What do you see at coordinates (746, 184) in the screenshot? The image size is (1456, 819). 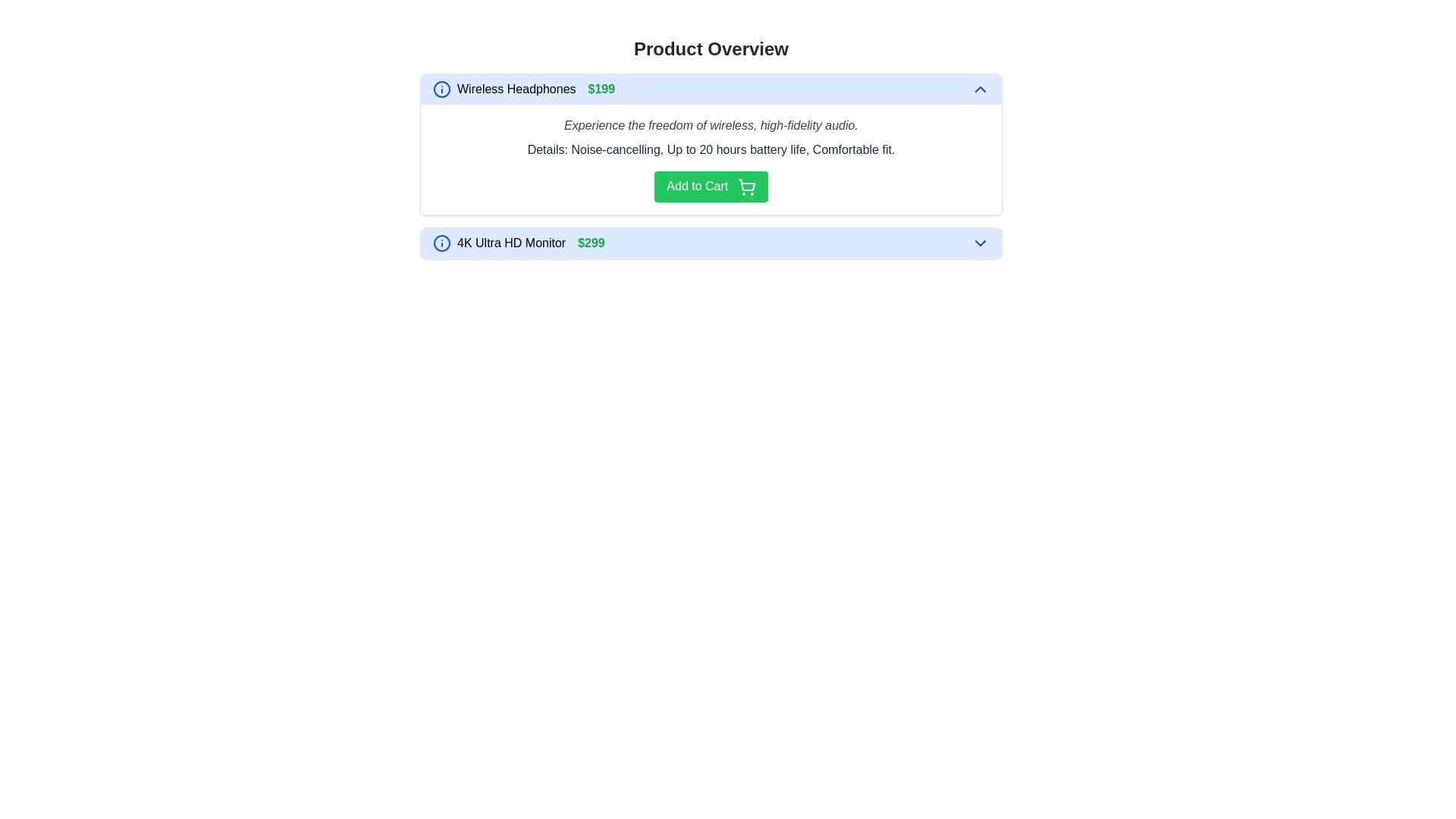 I see `the shopping cart icon, which is visually represented in a green rectangular background adjacent to the 'Add to Cart' button text` at bounding box center [746, 184].